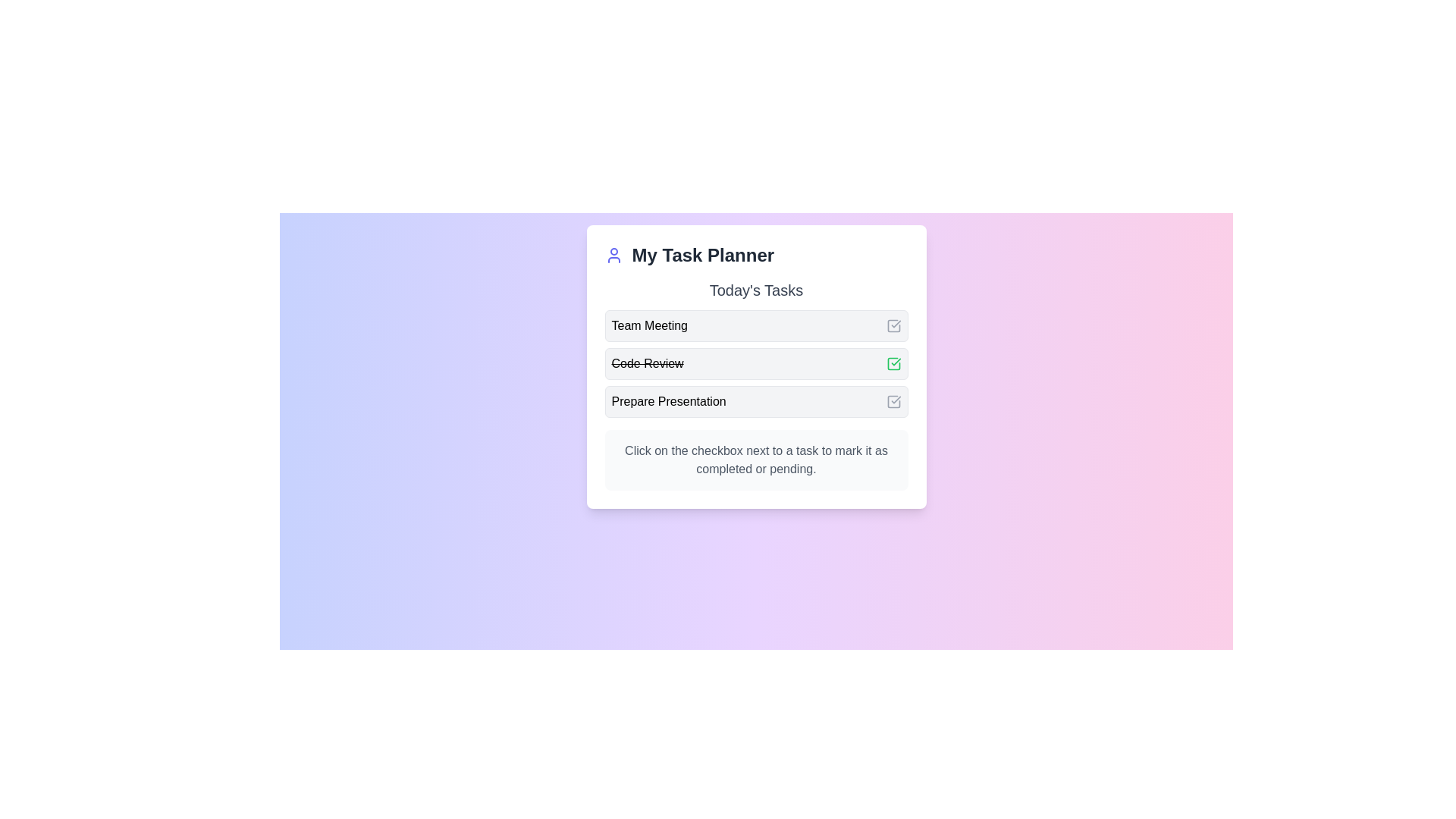 This screenshot has height=819, width=1456. Describe the element at coordinates (756, 290) in the screenshot. I see `the heading that indicates the content scope of the task section, positioned directly below 'My Task Planner' and above task items like 'Team Meeting' and 'Code Review'` at that location.